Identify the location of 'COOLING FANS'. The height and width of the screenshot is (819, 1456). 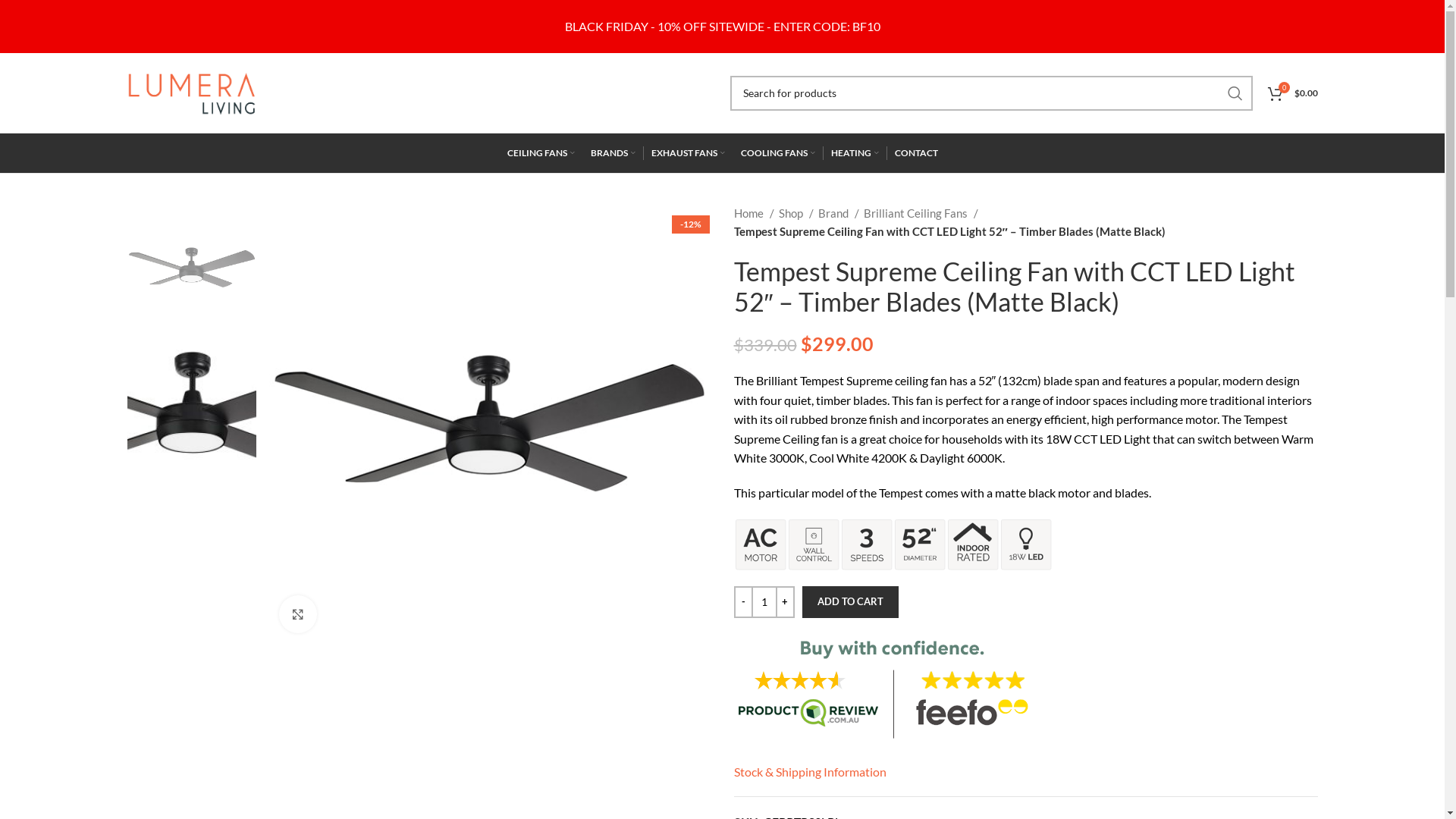
(777, 152).